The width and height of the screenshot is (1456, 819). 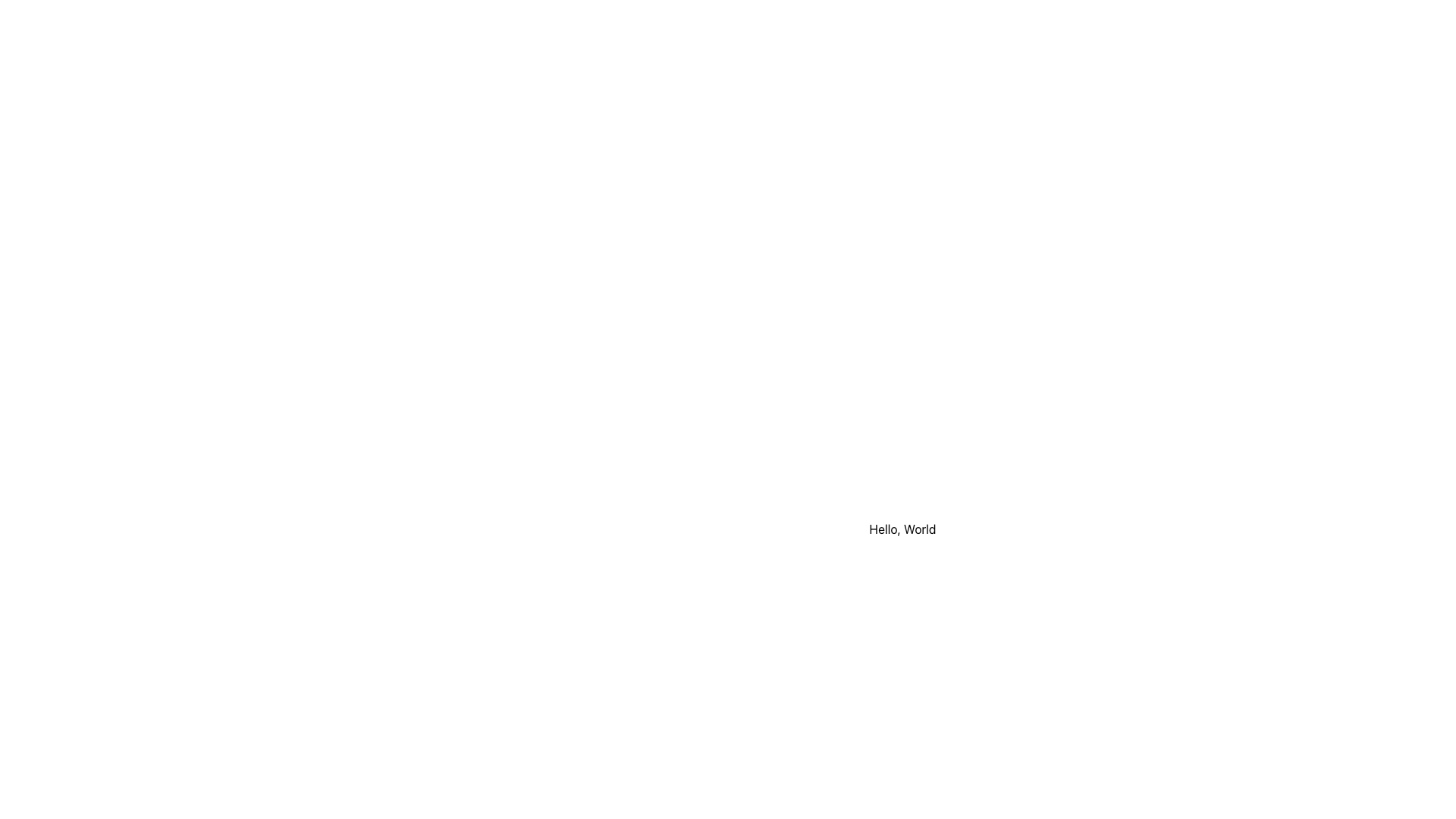 I want to click on the text element displaying 'Hello, World' which is centered within a white background box, so click(x=902, y=529).